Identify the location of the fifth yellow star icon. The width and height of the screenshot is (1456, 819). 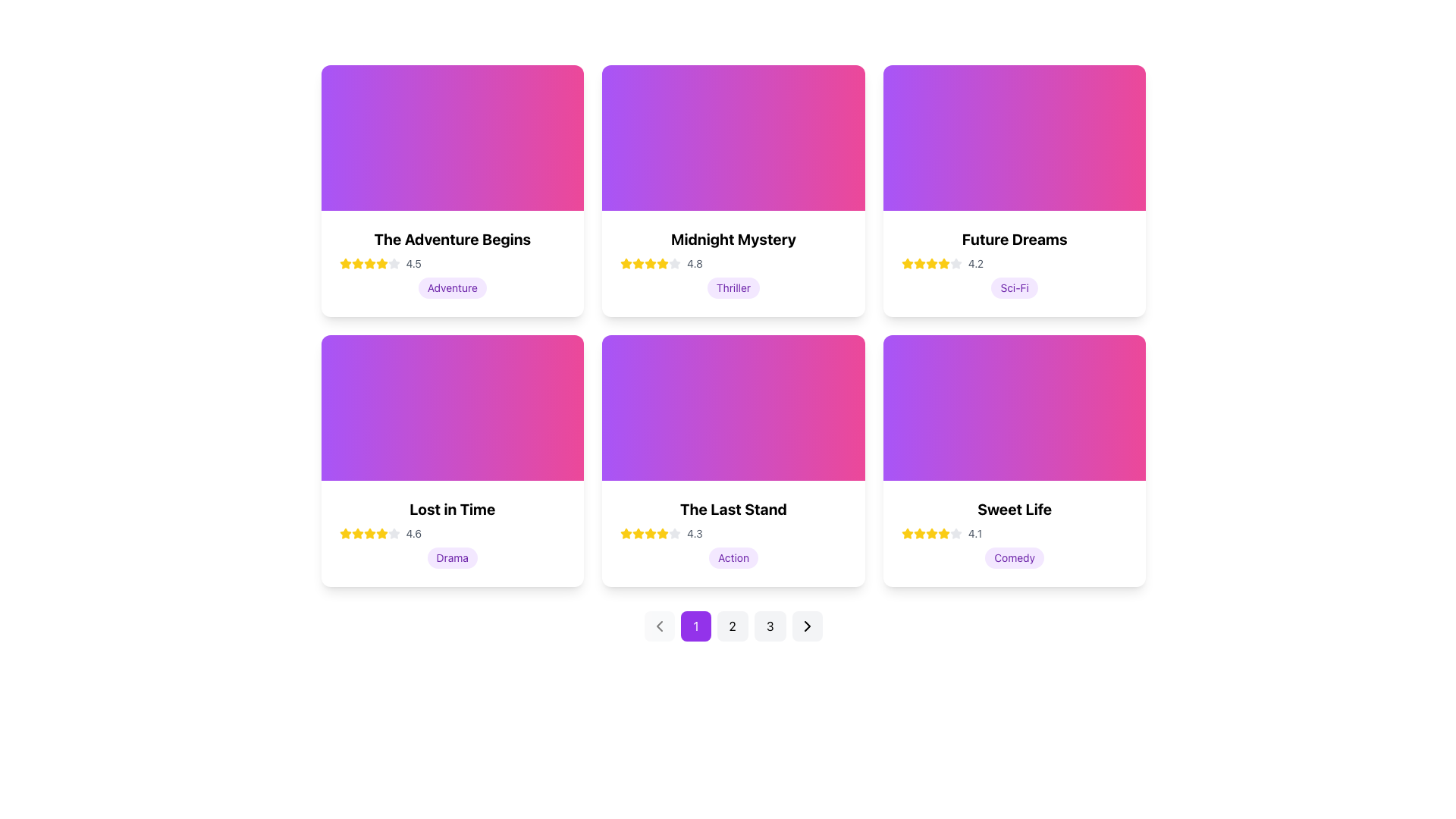
(381, 533).